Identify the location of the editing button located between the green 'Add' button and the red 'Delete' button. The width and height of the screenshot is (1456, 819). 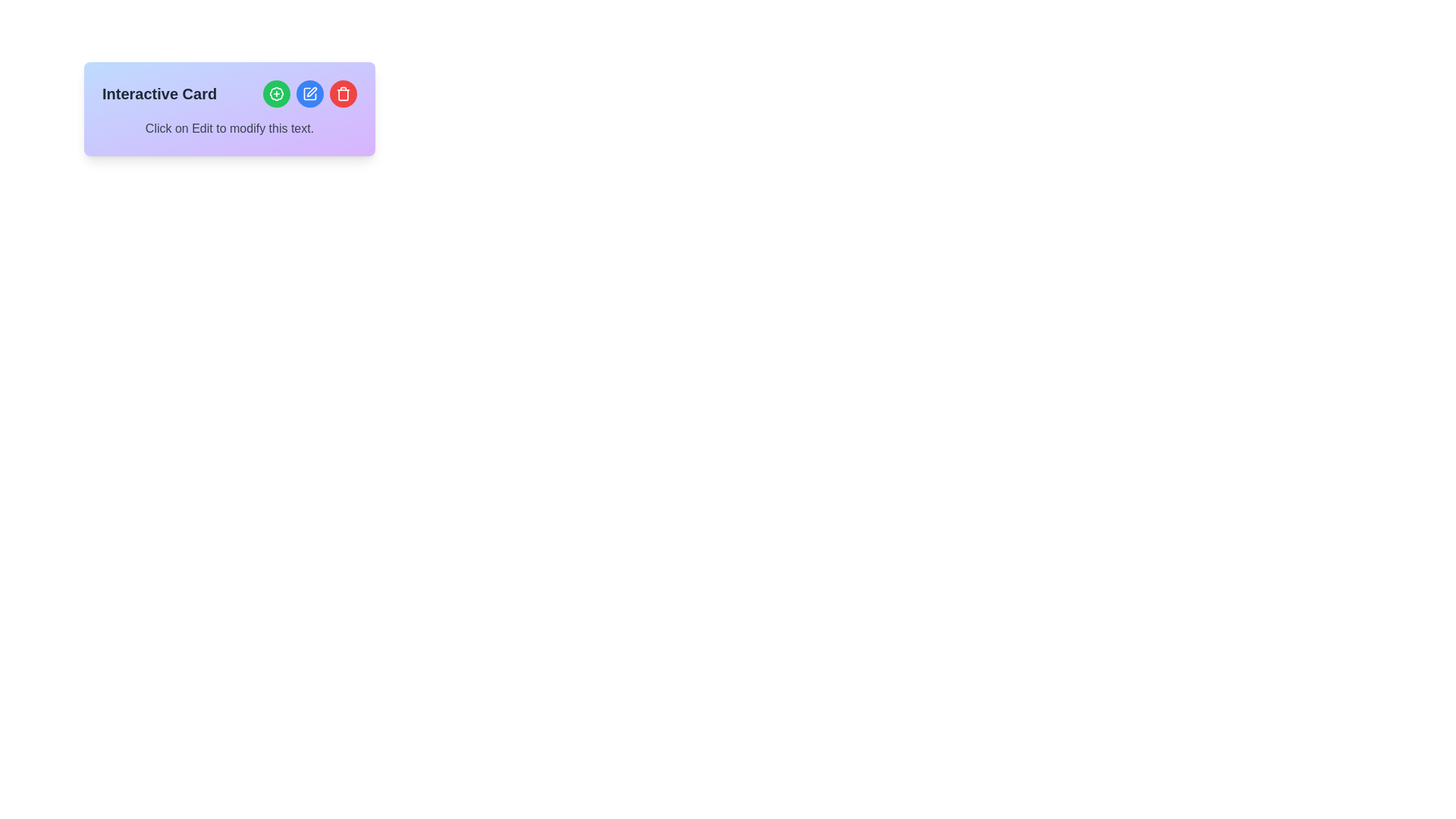
(309, 93).